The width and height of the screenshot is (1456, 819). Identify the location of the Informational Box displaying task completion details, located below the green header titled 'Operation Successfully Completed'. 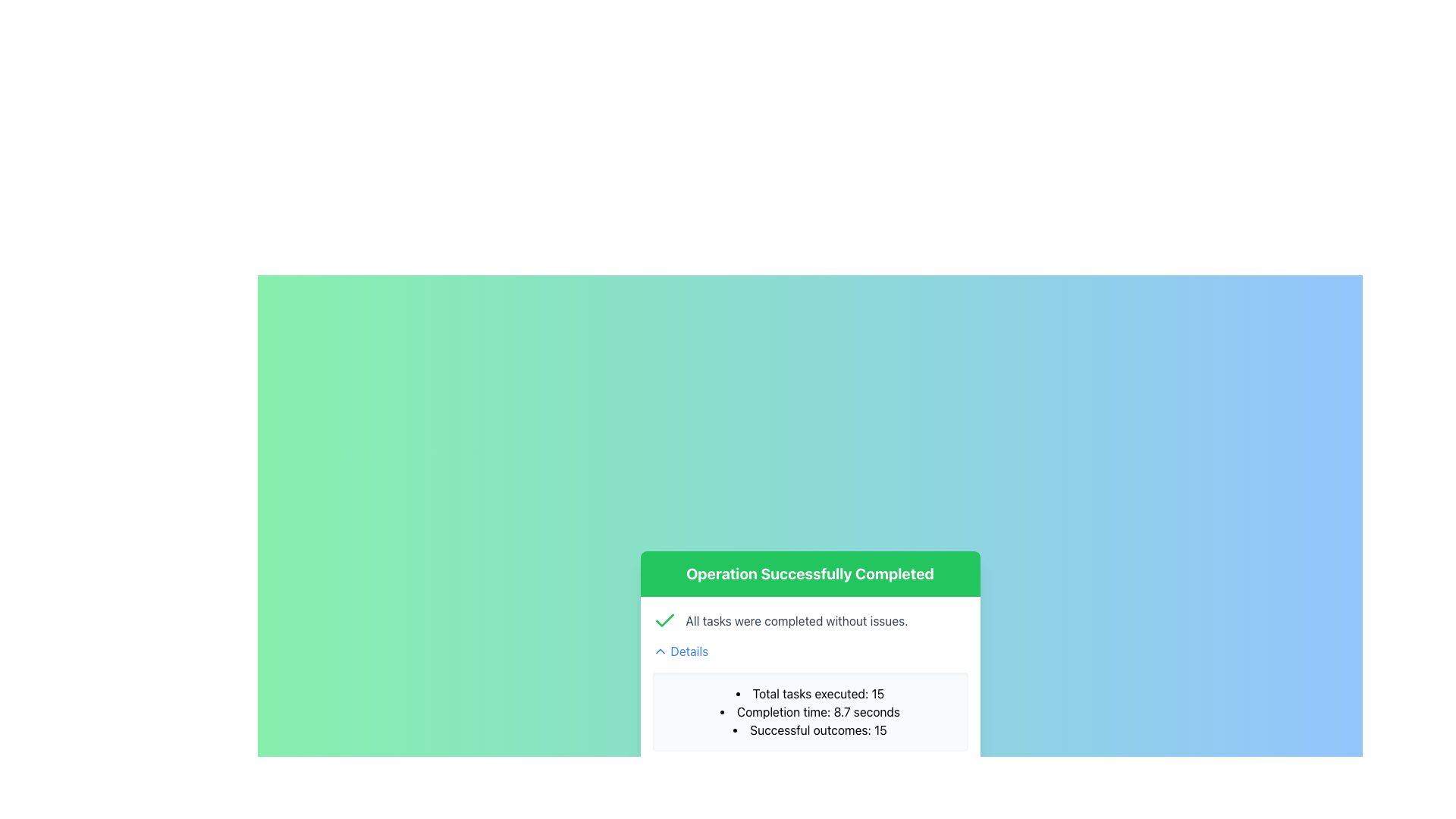
(809, 684).